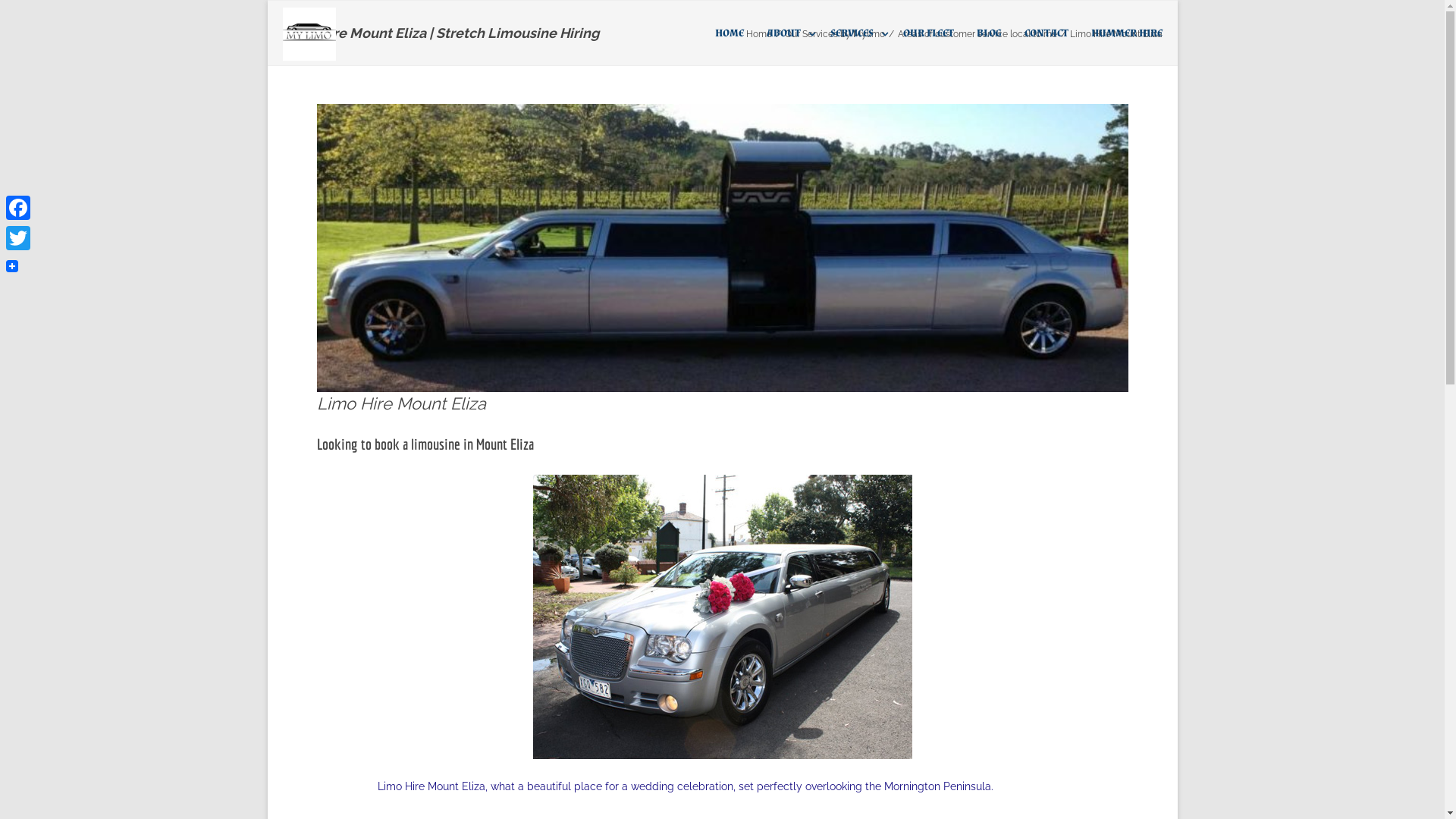 The height and width of the screenshot is (819, 1456). What do you see at coordinates (786, 33) in the screenshot?
I see `'ABOUT'` at bounding box center [786, 33].